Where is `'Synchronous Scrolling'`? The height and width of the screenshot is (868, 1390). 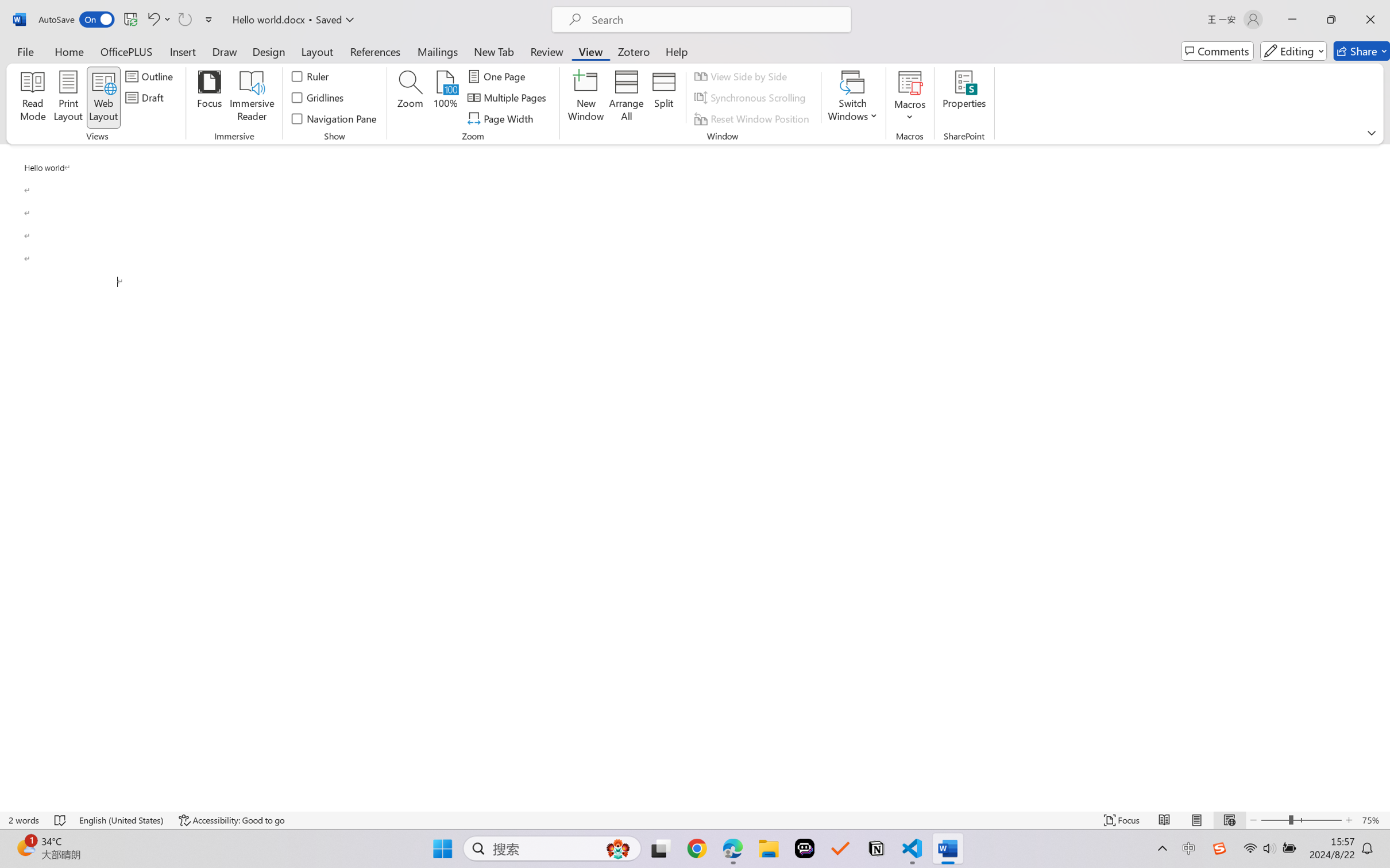
'Synchronous Scrolling' is located at coordinates (751, 98).